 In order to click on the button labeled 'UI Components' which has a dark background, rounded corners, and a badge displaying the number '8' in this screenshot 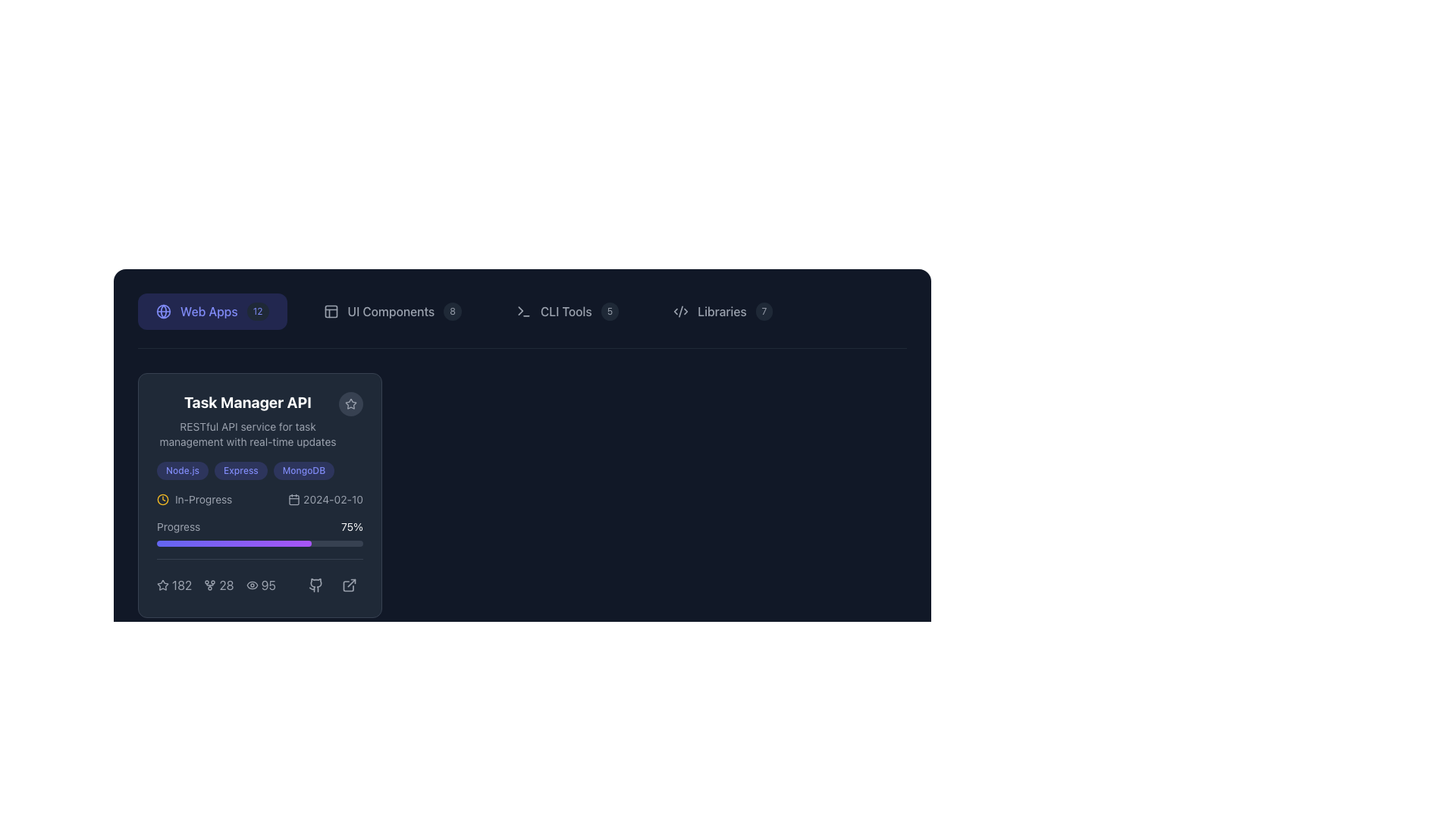, I will do `click(392, 311)`.